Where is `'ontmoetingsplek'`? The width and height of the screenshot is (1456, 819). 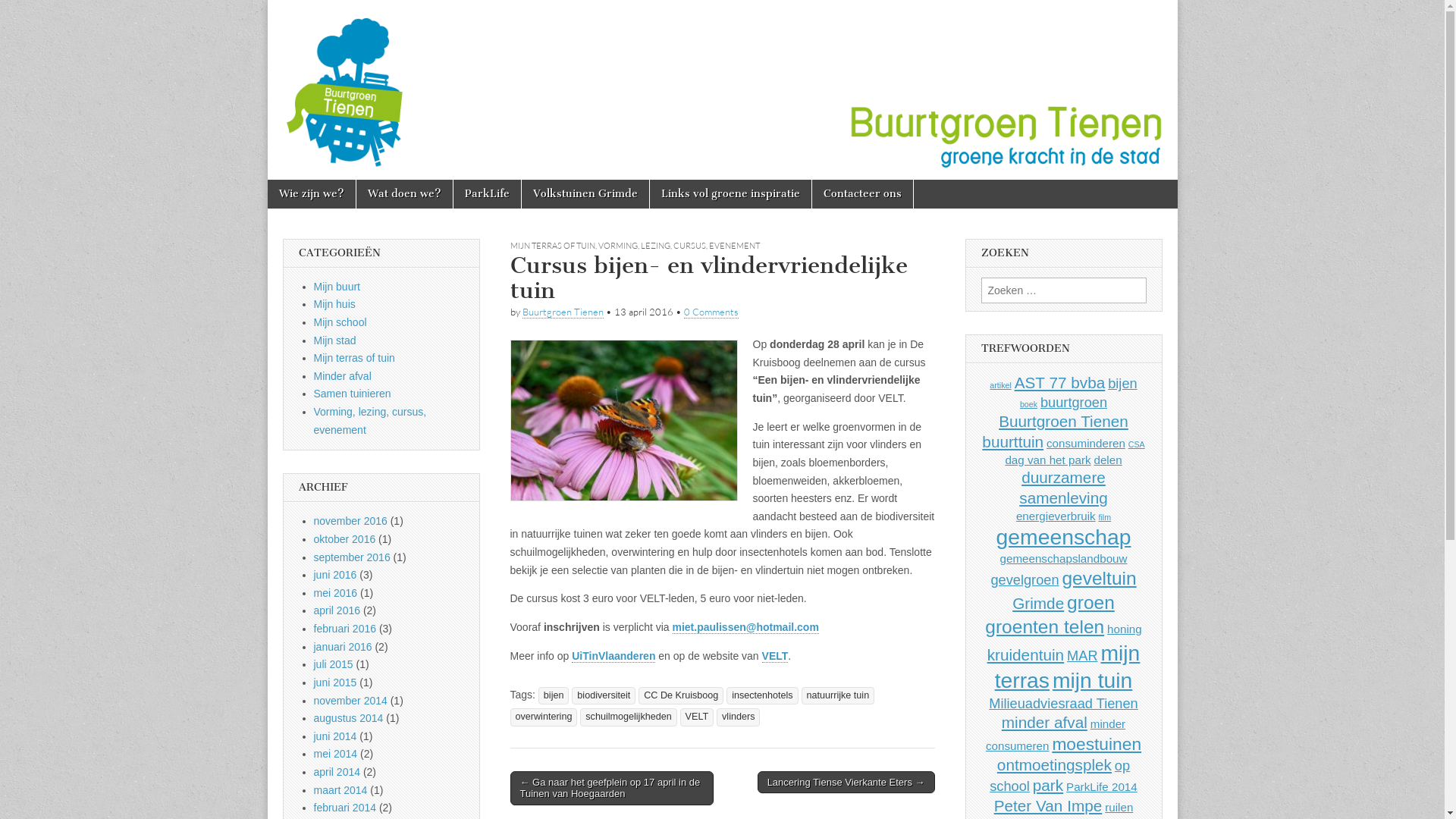 'ontmoetingsplek' is located at coordinates (997, 764).